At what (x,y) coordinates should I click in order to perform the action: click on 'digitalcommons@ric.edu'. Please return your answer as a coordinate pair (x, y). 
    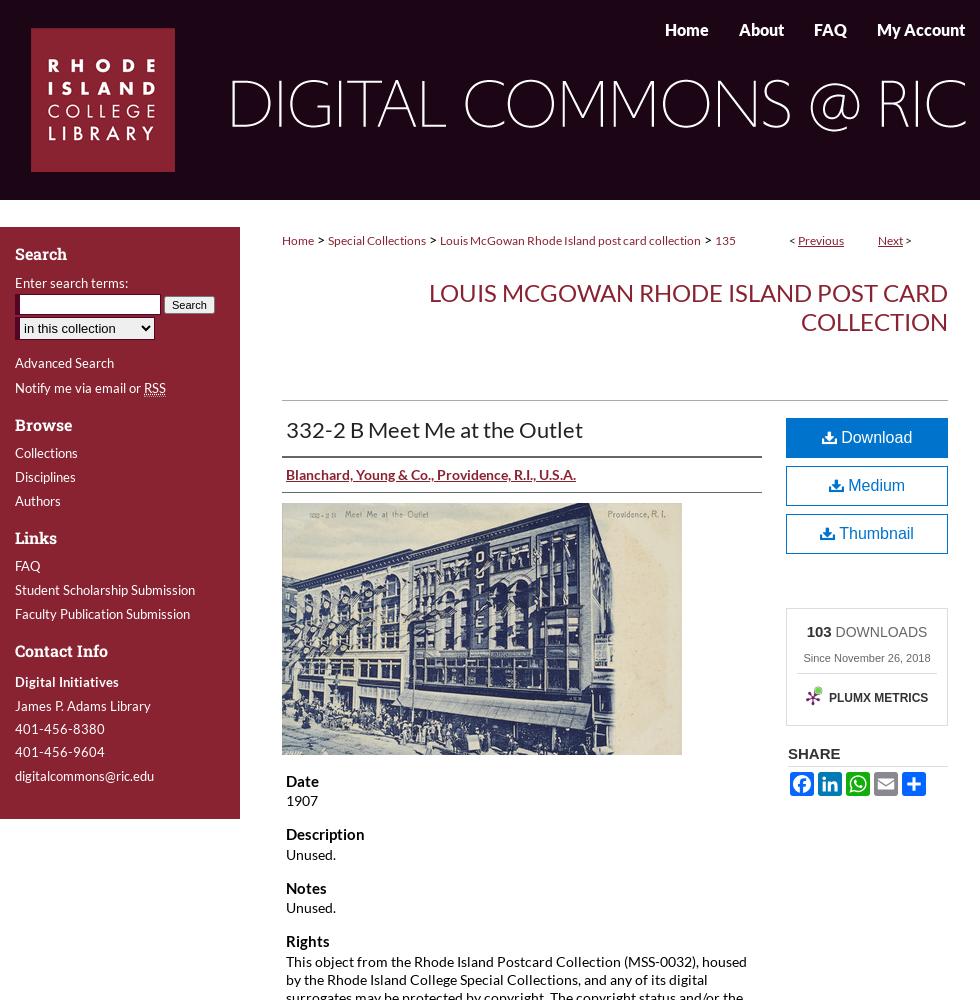
    Looking at the image, I should click on (84, 775).